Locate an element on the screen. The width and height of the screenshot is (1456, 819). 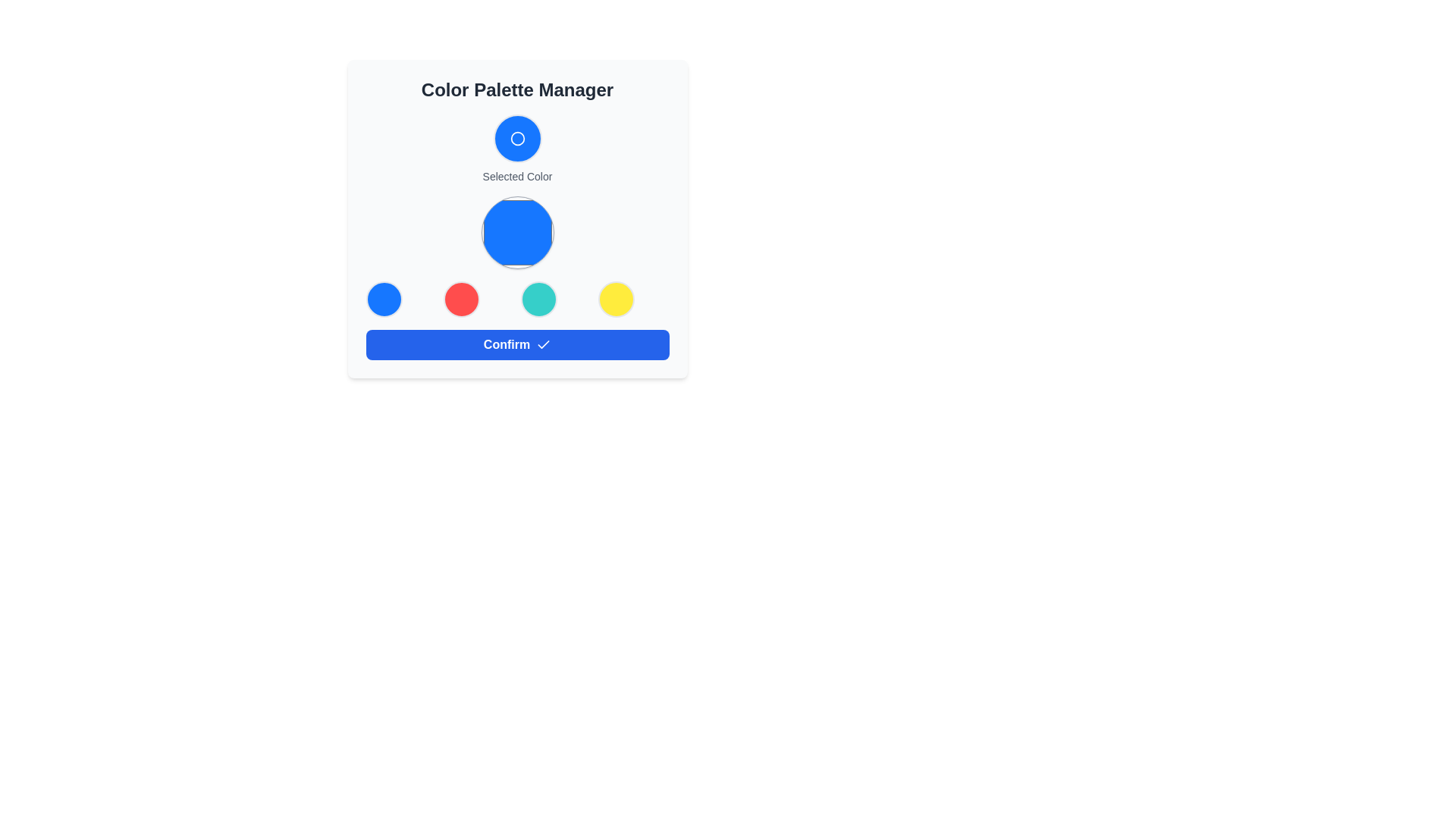
the Circular display element that represents the currently selected color, located above the 'Selected Color' label in the Color Palette Manager section is located at coordinates (517, 138).